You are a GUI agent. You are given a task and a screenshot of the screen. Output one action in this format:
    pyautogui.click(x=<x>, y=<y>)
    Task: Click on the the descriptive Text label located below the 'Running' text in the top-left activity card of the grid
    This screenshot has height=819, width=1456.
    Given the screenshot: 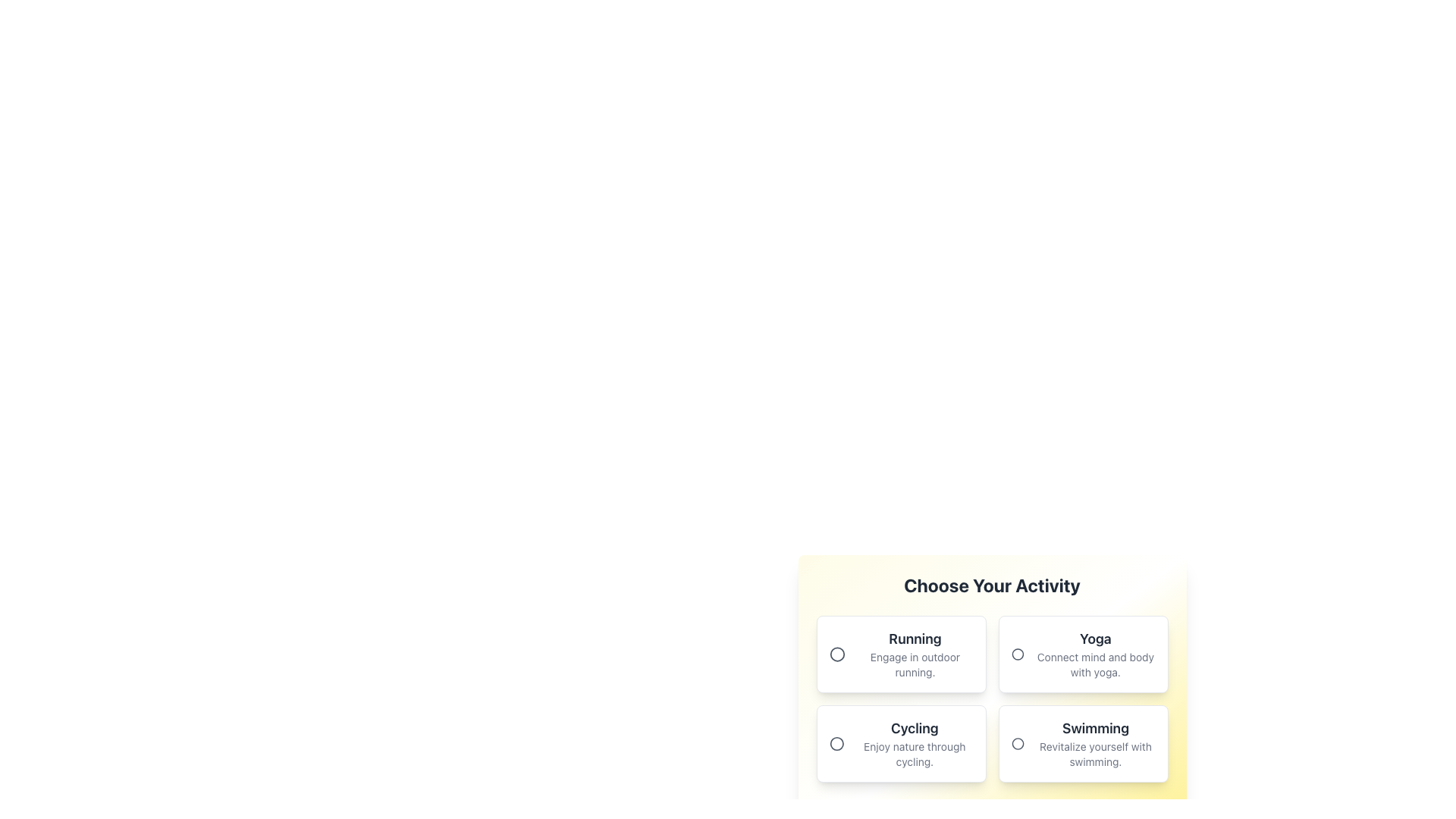 What is the action you would take?
    pyautogui.click(x=914, y=664)
    